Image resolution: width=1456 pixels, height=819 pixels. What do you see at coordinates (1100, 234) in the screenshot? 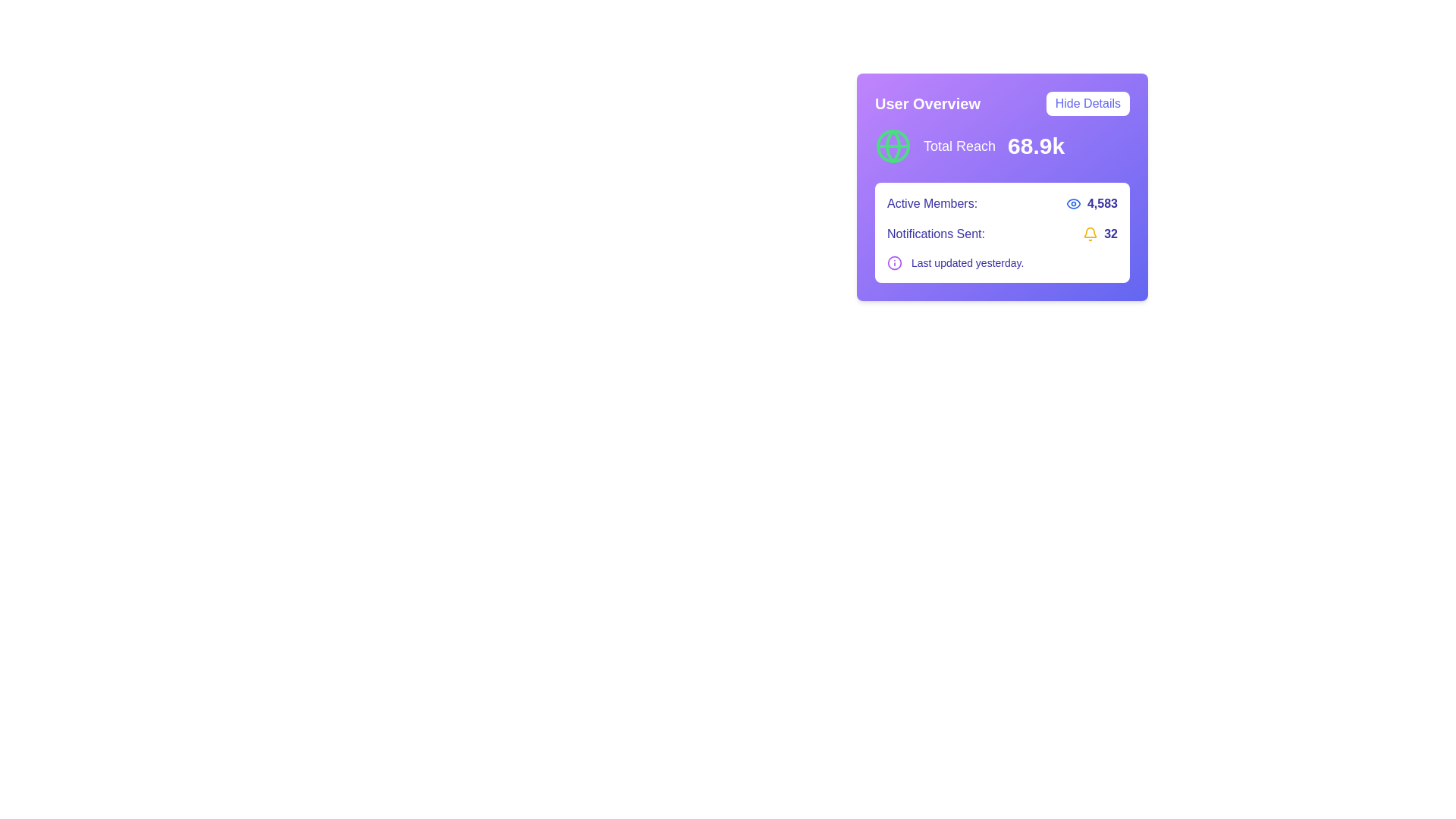
I see `the notification icon located in the 'Notifications Sent:' section, which is positioned to the left of the bold number '32'` at bounding box center [1100, 234].